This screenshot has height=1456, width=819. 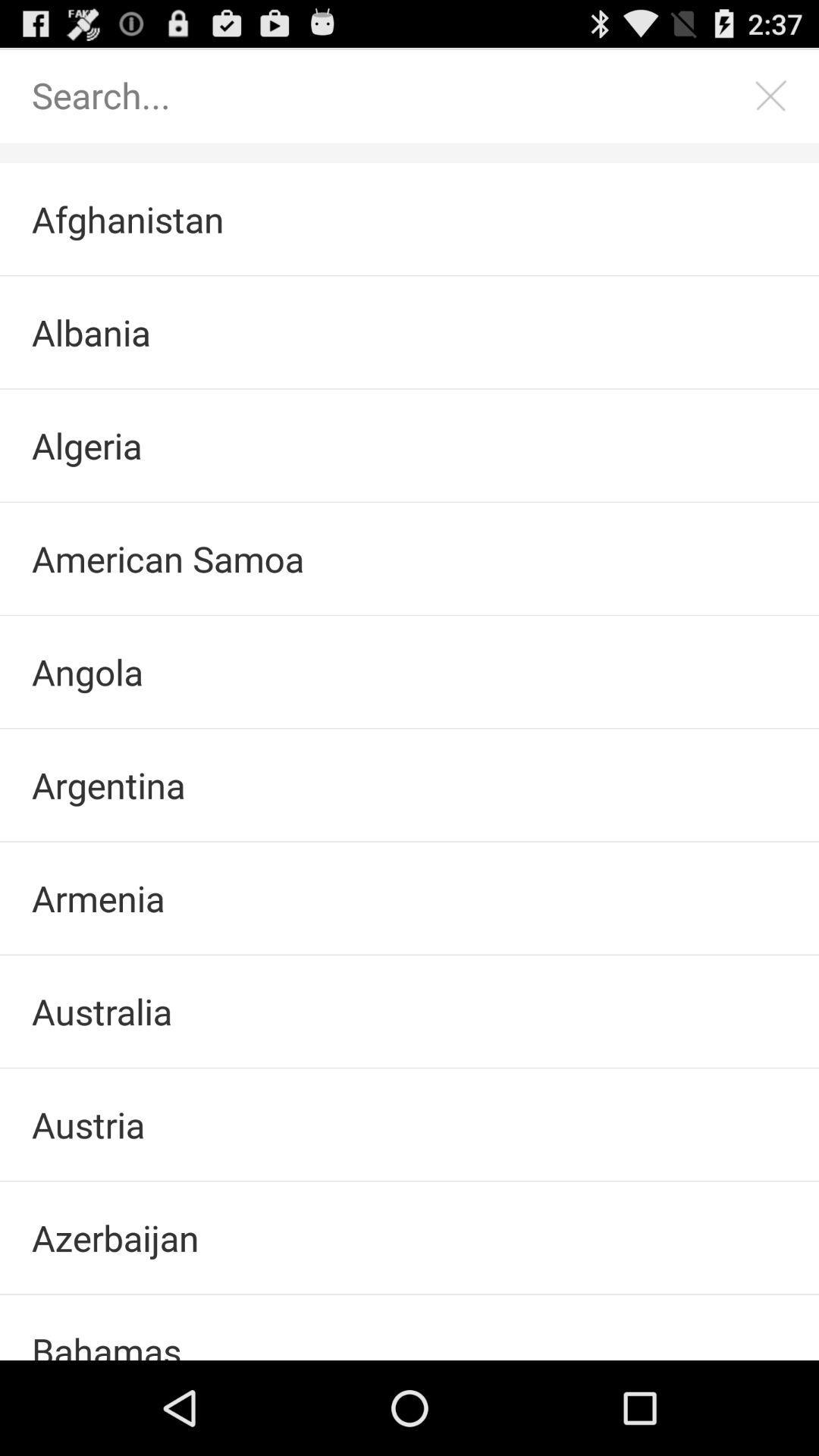 I want to click on the item above bahamas checkbox, so click(x=409, y=1238).